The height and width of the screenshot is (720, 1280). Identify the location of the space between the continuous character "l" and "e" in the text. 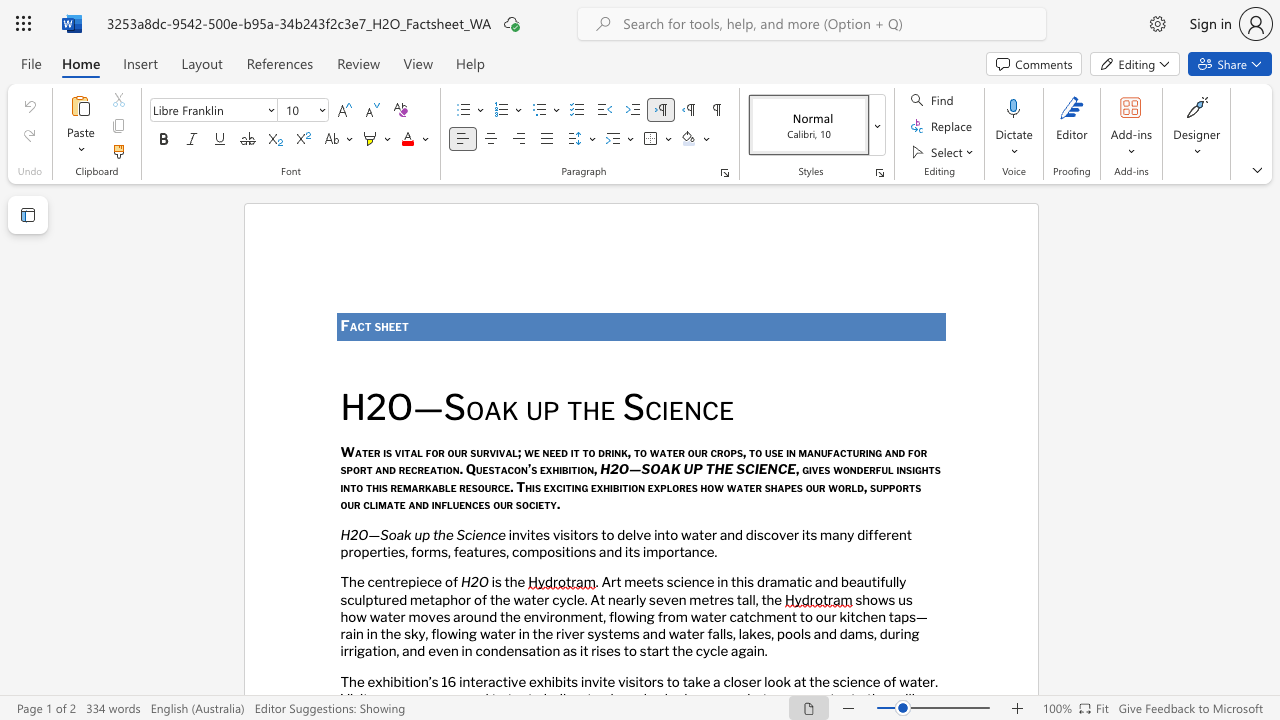
(577, 598).